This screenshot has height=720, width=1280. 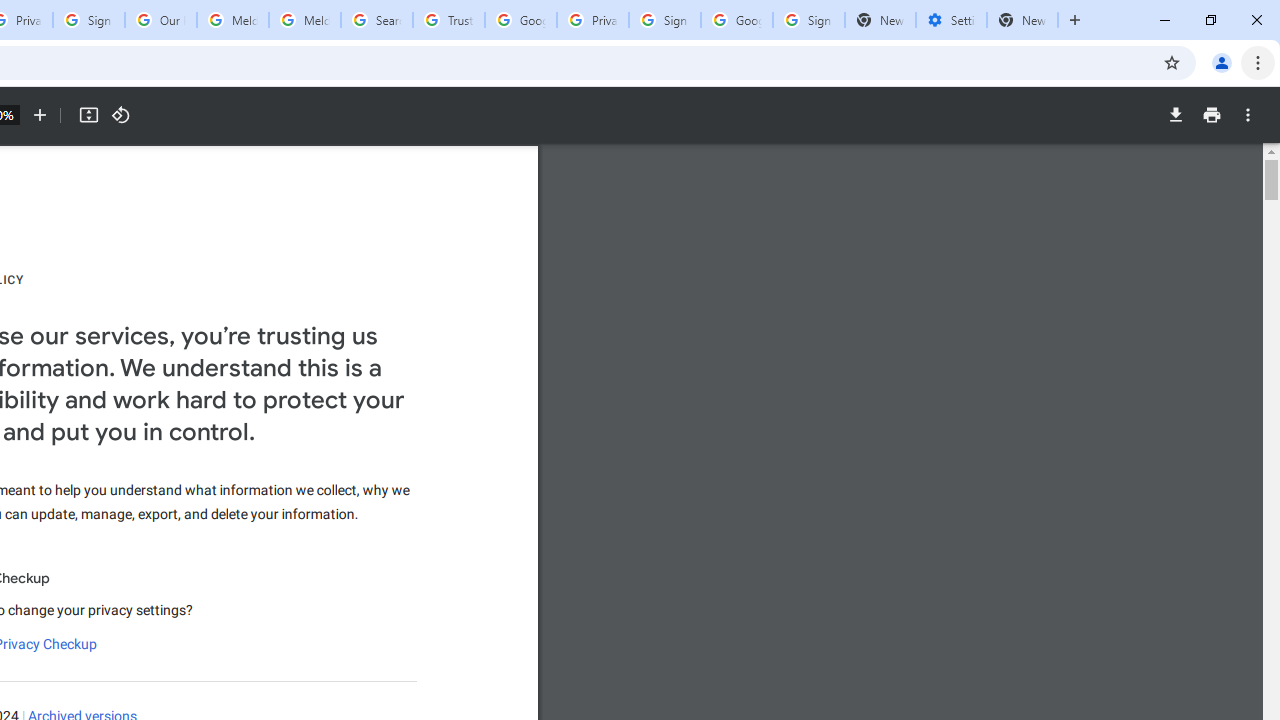 What do you see at coordinates (1247, 115) in the screenshot?
I see `'More actions'` at bounding box center [1247, 115].